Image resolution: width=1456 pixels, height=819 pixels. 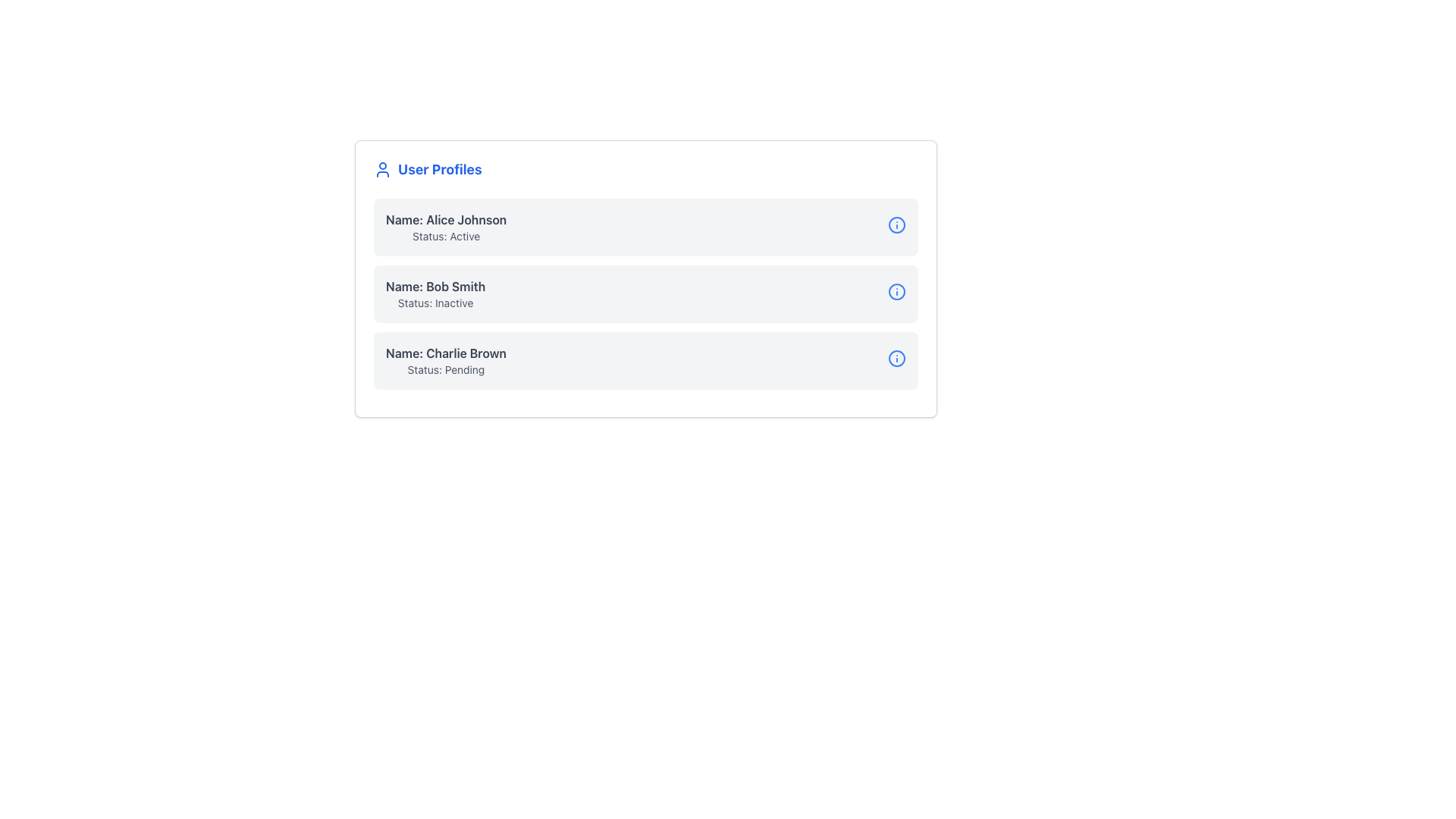 What do you see at coordinates (445, 360) in the screenshot?
I see `the Text Display element showing 'Name: Charlie Brown' and 'Status: Pending'` at bounding box center [445, 360].